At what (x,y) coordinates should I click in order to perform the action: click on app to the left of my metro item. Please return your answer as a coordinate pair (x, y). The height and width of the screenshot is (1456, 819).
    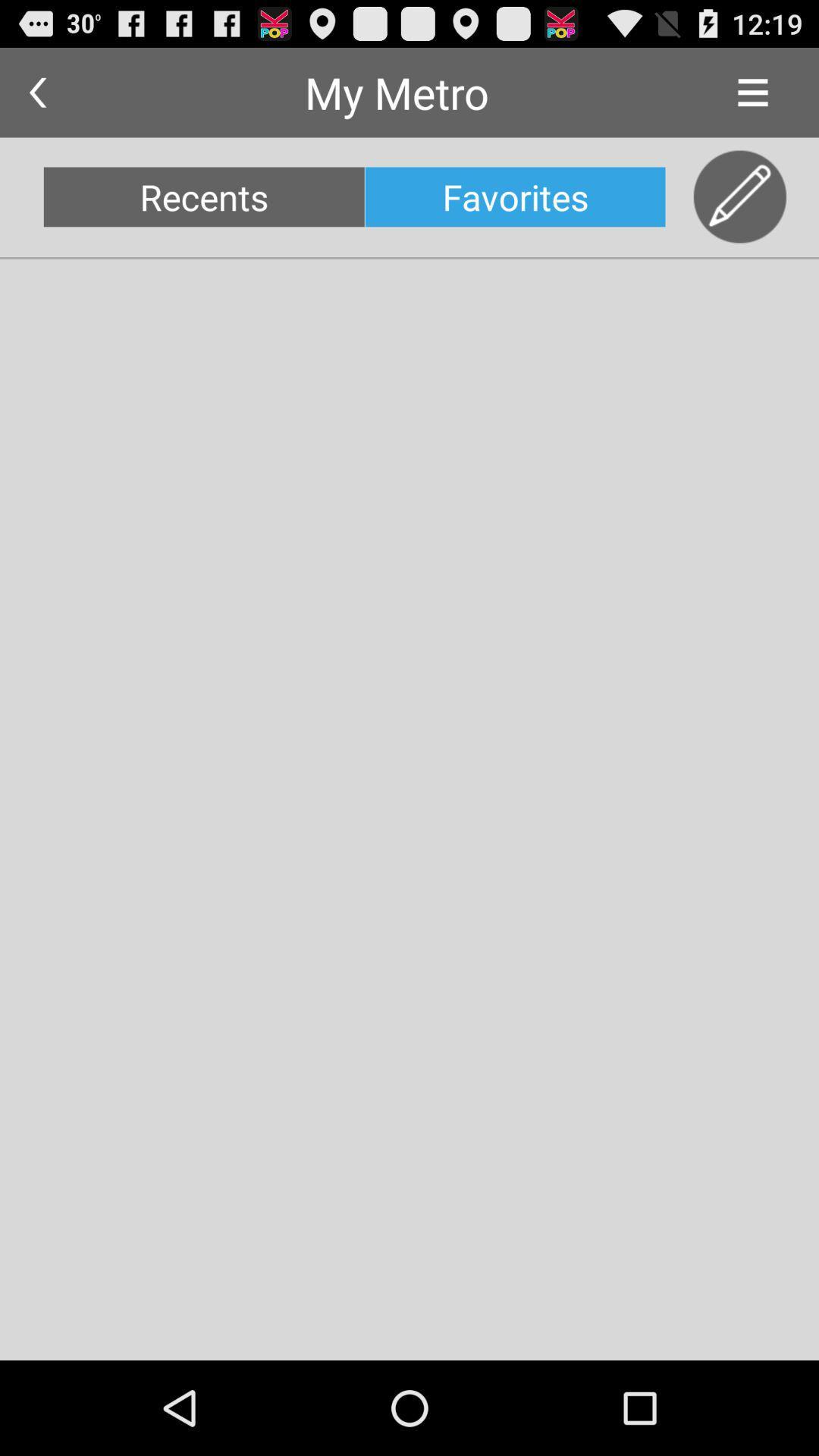
    Looking at the image, I should click on (36, 92).